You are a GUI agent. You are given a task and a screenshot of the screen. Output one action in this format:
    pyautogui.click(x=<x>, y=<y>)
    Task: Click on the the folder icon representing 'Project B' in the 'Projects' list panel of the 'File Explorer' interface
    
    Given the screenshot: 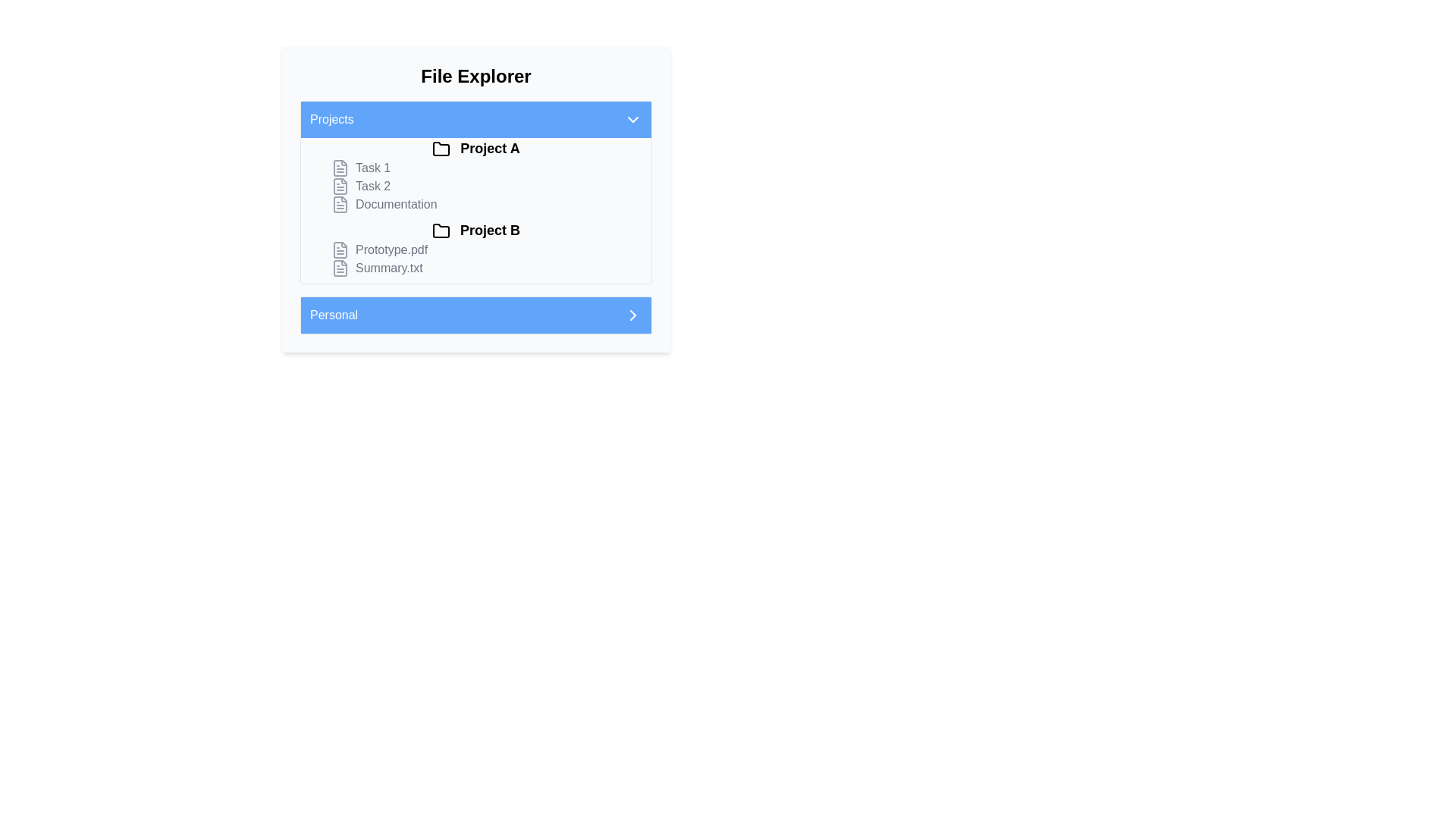 What is the action you would take?
    pyautogui.click(x=440, y=231)
    